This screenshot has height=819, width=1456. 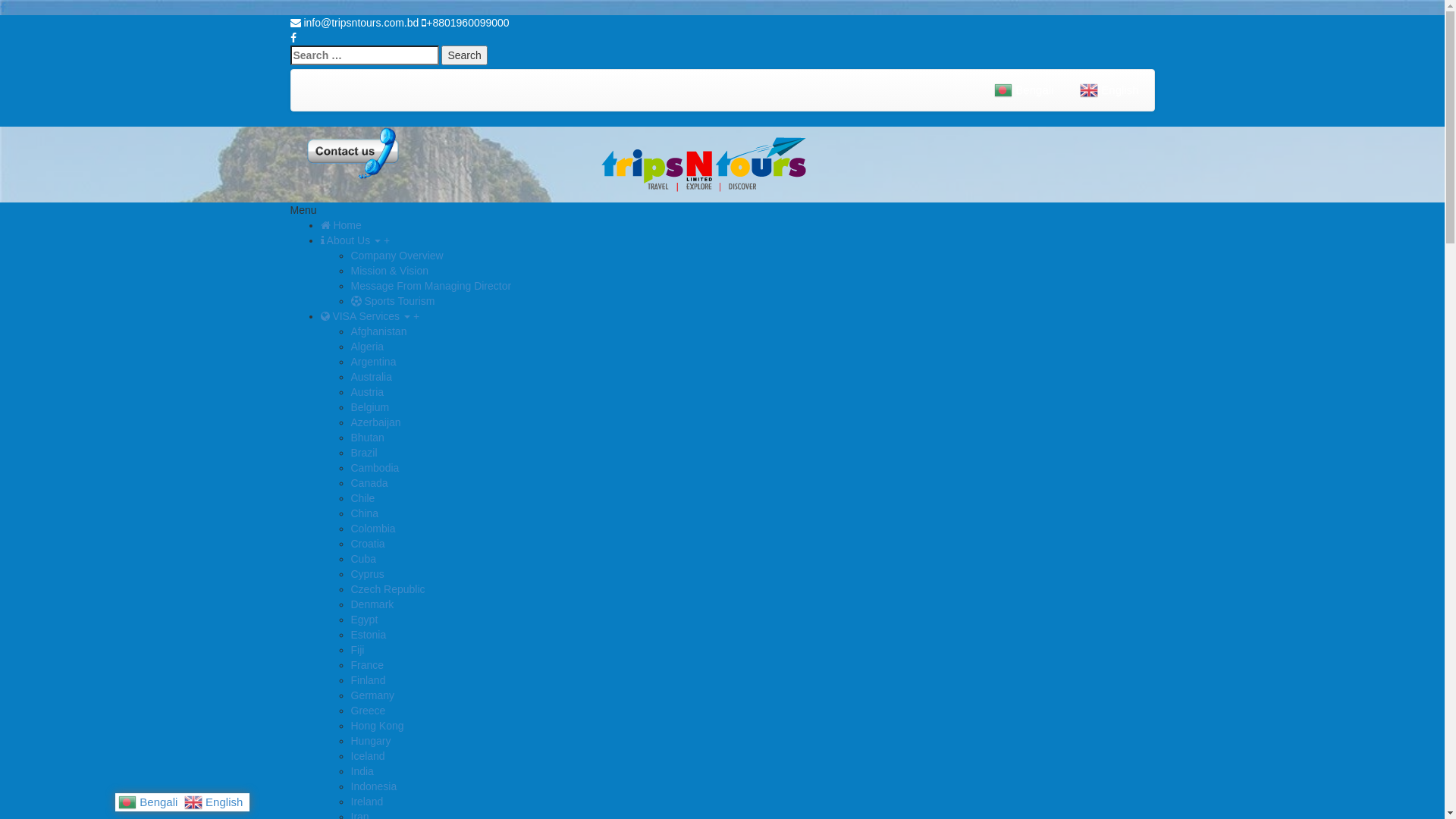 What do you see at coordinates (364, 620) in the screenshot?
I see `'Egypt'` at bounding box center [364, 620].